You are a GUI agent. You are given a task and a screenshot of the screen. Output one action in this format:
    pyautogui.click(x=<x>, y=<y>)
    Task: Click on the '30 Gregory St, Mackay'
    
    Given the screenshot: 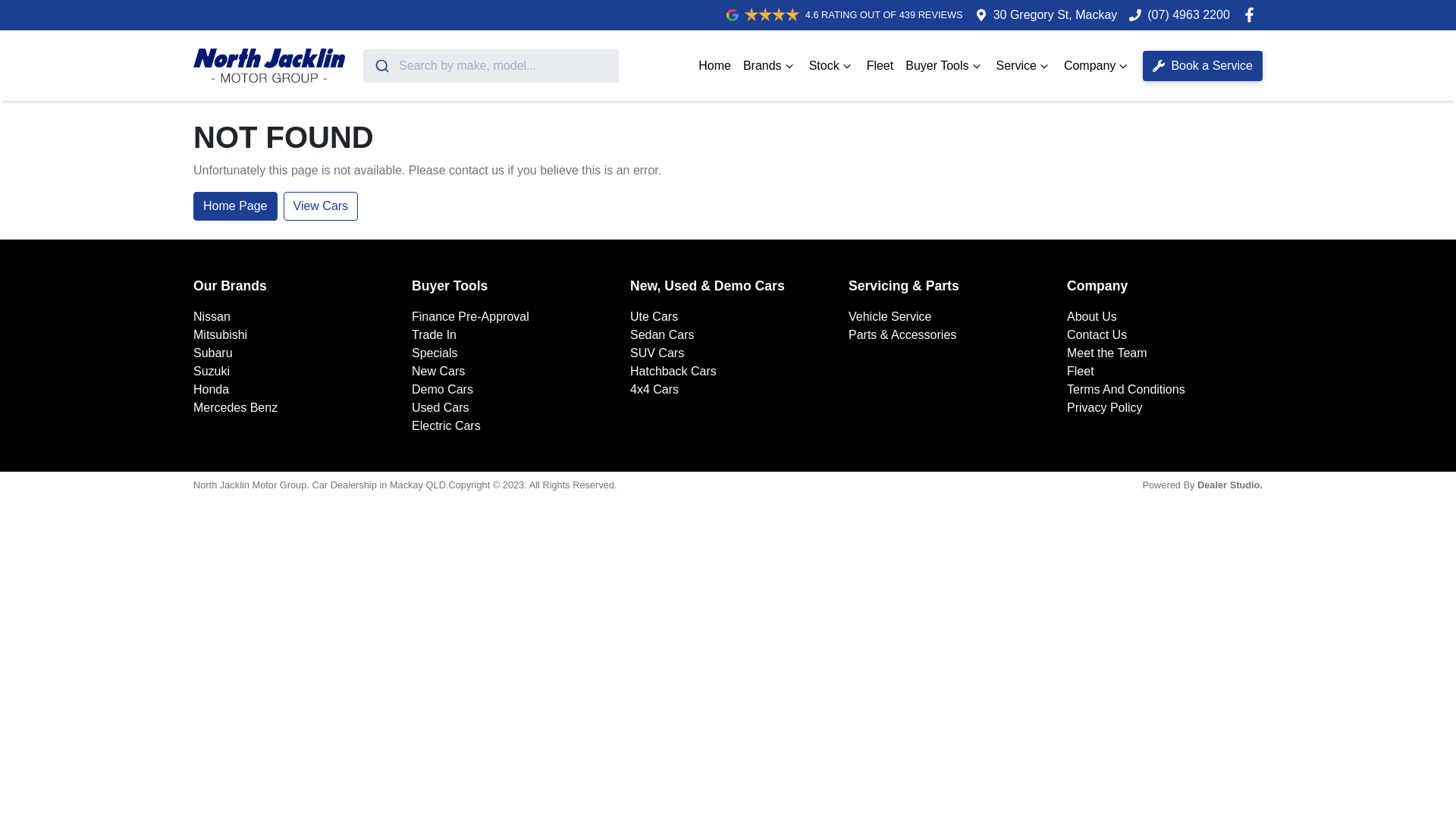 What is the action you would take?
    pyautogui.click(x=1055, y=14)
    